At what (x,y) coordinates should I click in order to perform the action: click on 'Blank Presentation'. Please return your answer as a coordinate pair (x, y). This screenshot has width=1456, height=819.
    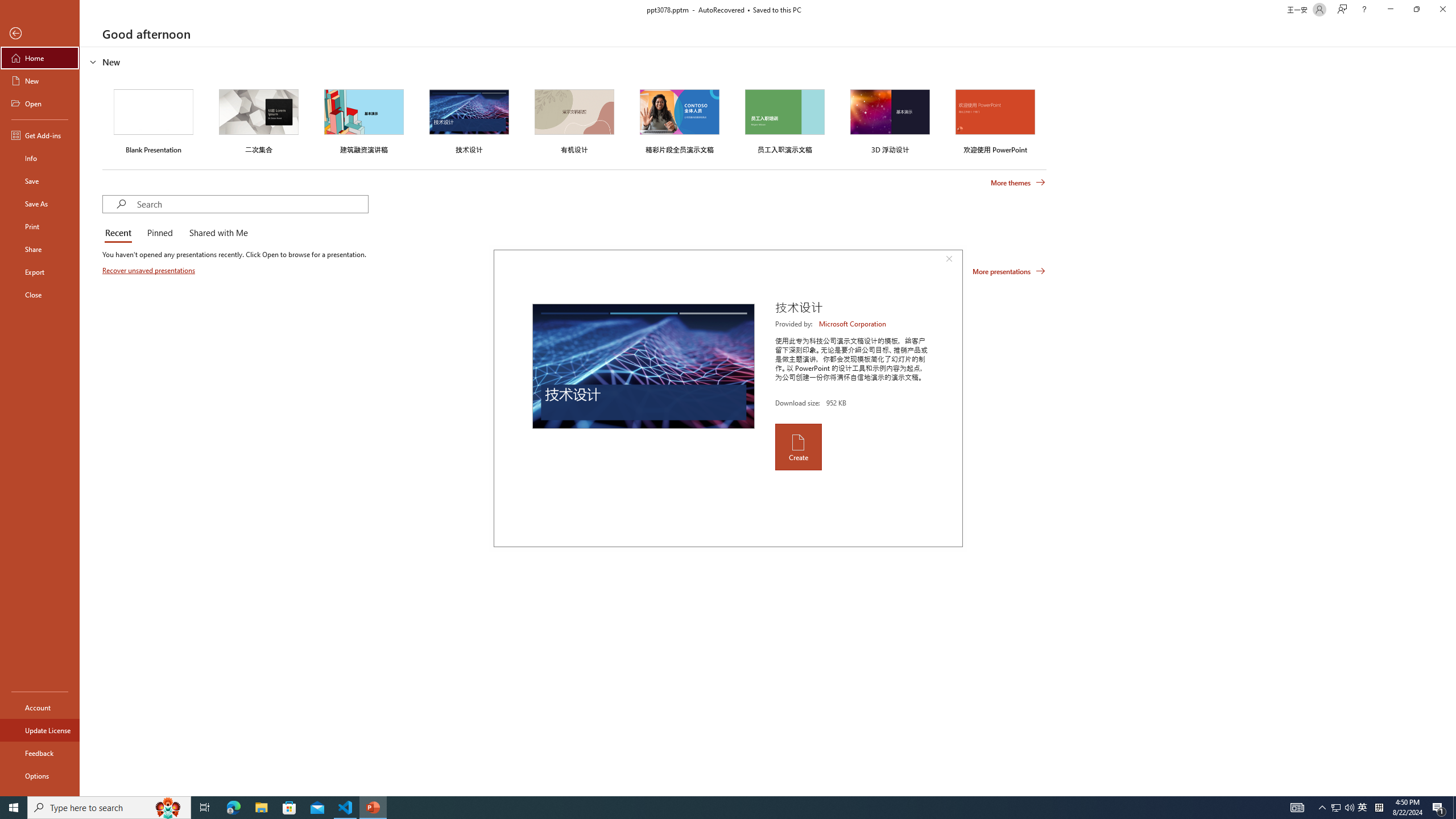
    Looking at the image, I should click on (153, 119).